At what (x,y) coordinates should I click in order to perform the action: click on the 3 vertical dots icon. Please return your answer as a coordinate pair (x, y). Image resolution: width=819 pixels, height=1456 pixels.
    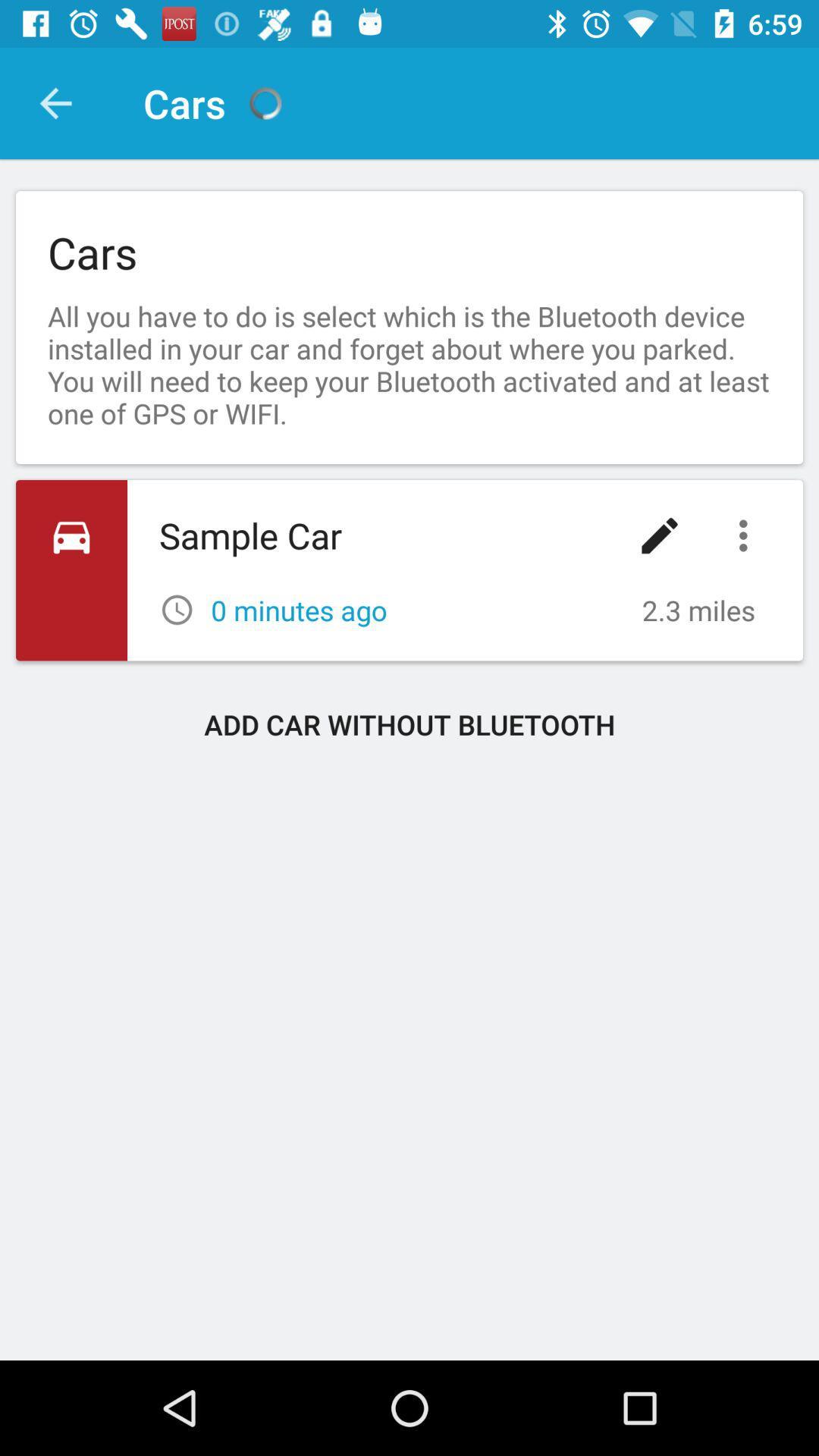
    Looking at the image, I should click on (746, 535).